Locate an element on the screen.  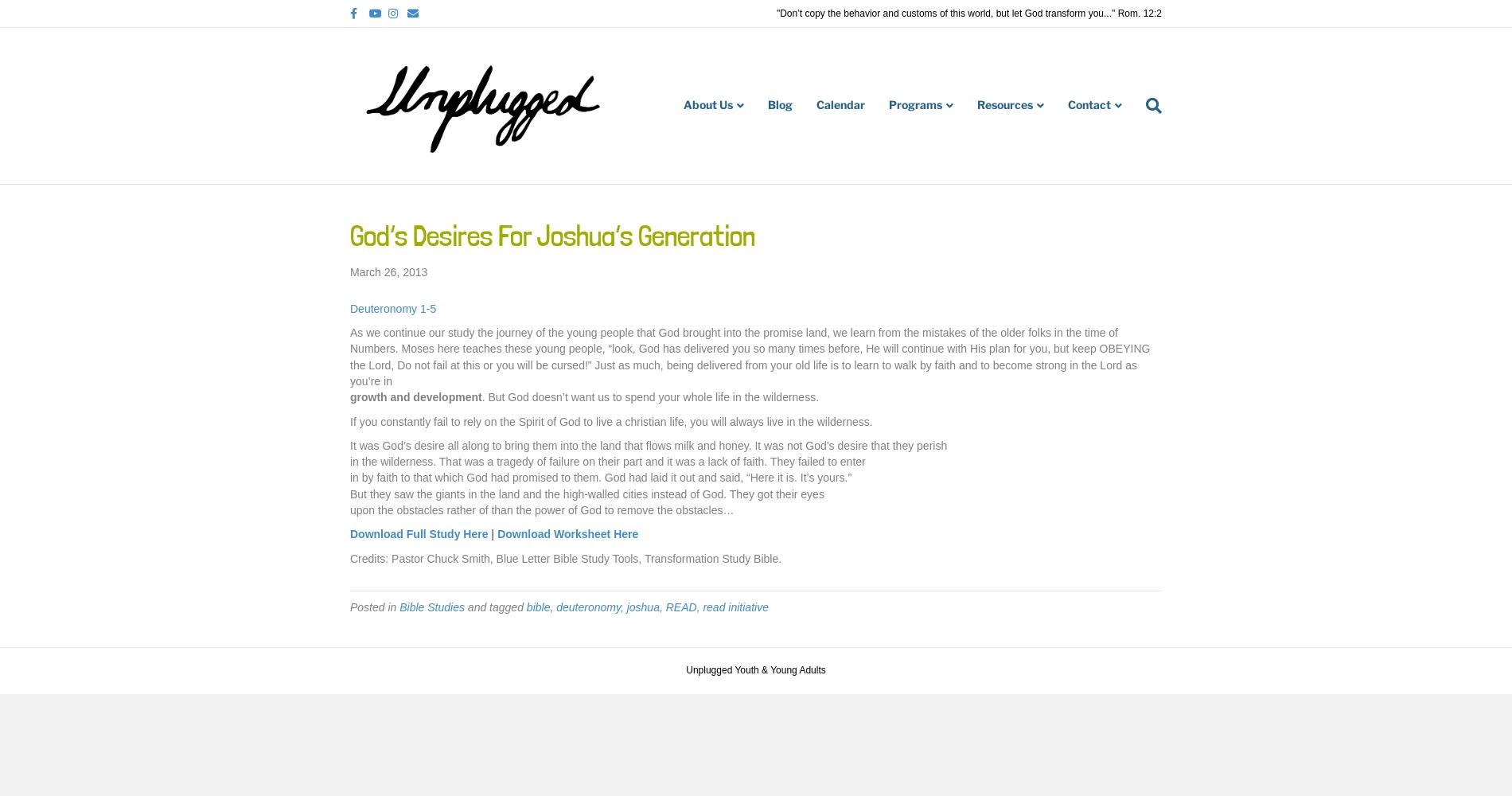
'Unplugged Youth & Young Adults' is located at coordinates (685, 669).